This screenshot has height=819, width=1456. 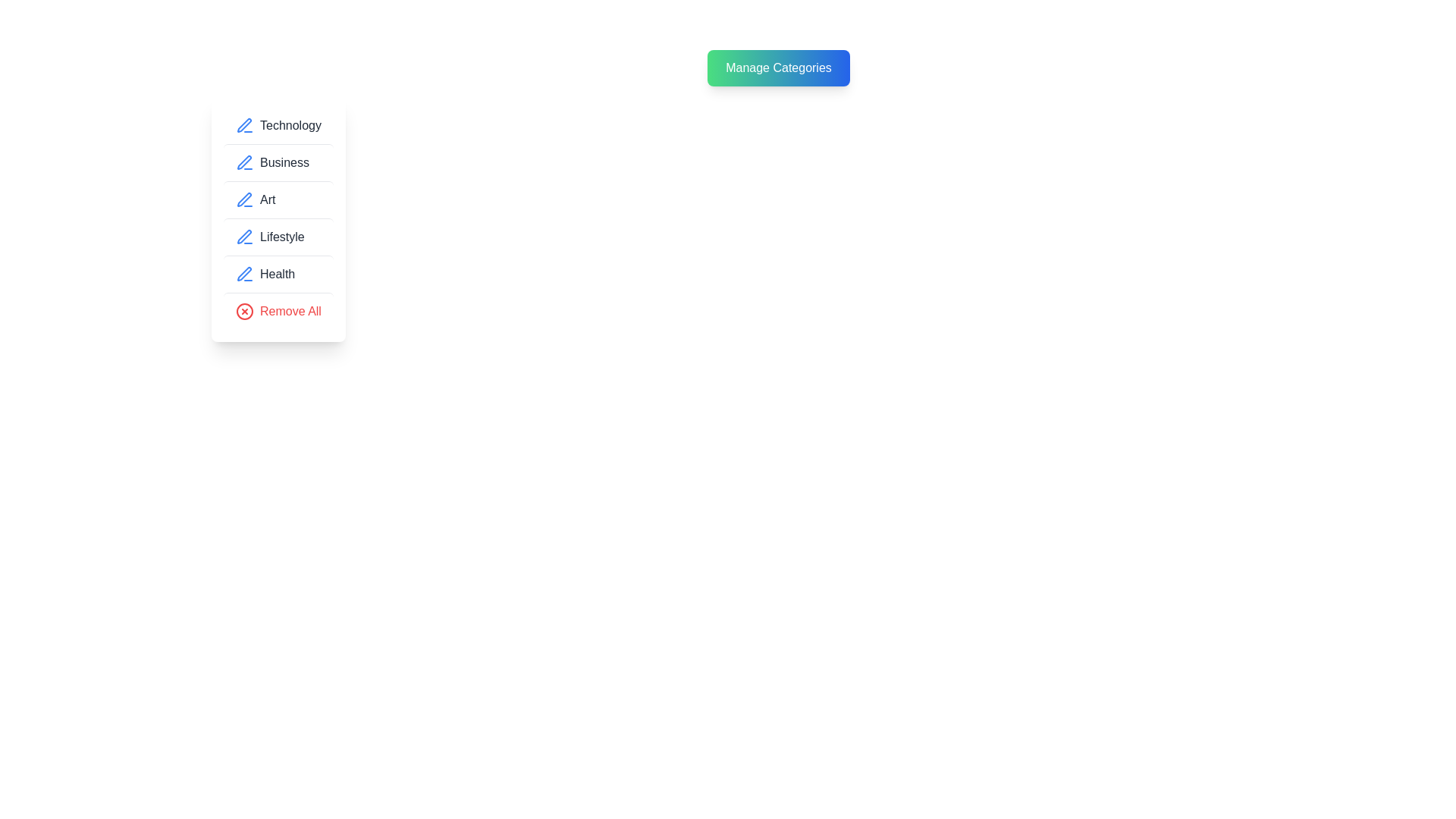 I want to click on the category item corresponding to Art, so click(x=278, y=198).